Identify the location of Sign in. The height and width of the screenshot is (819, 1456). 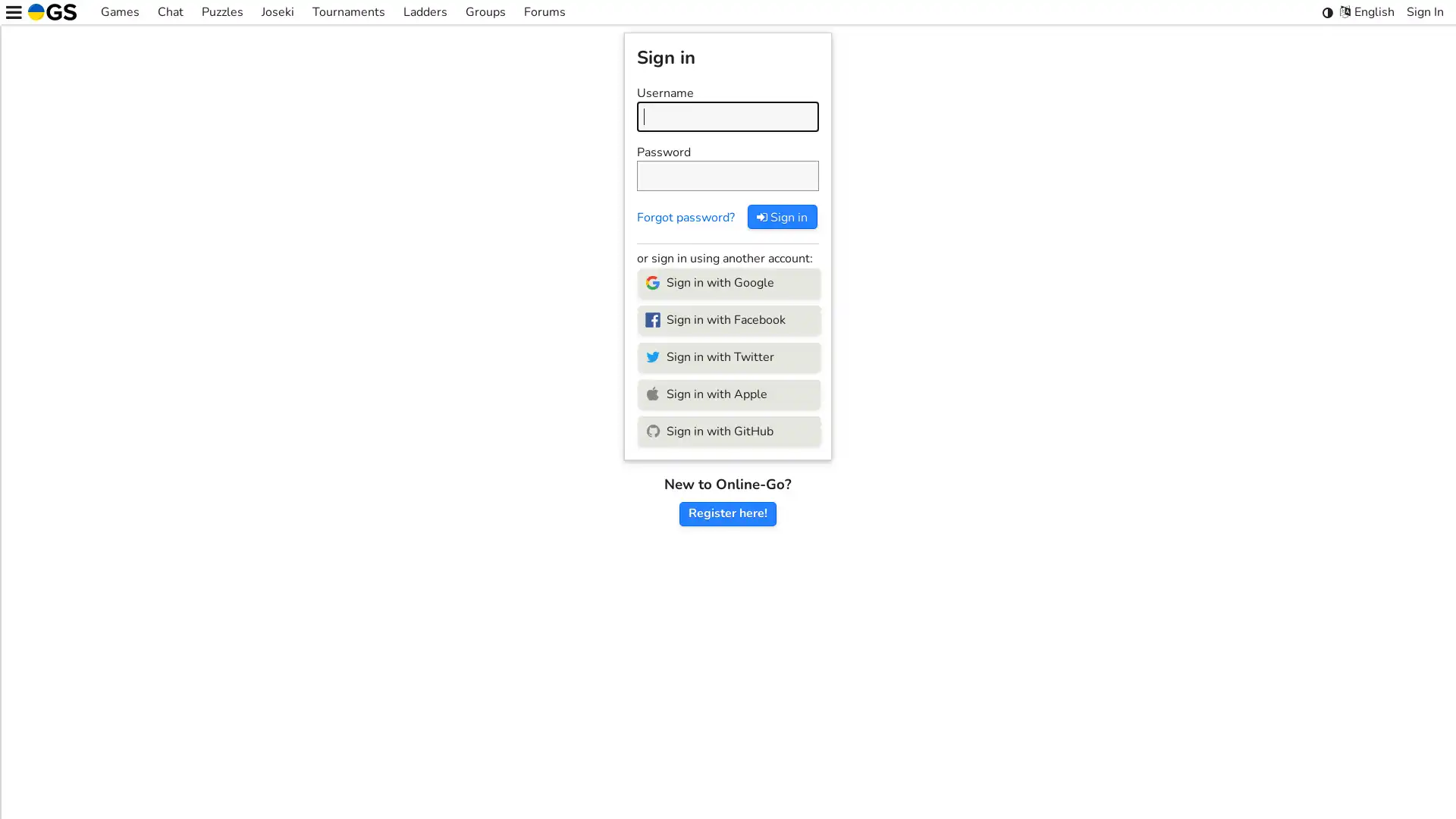
(782, 216).